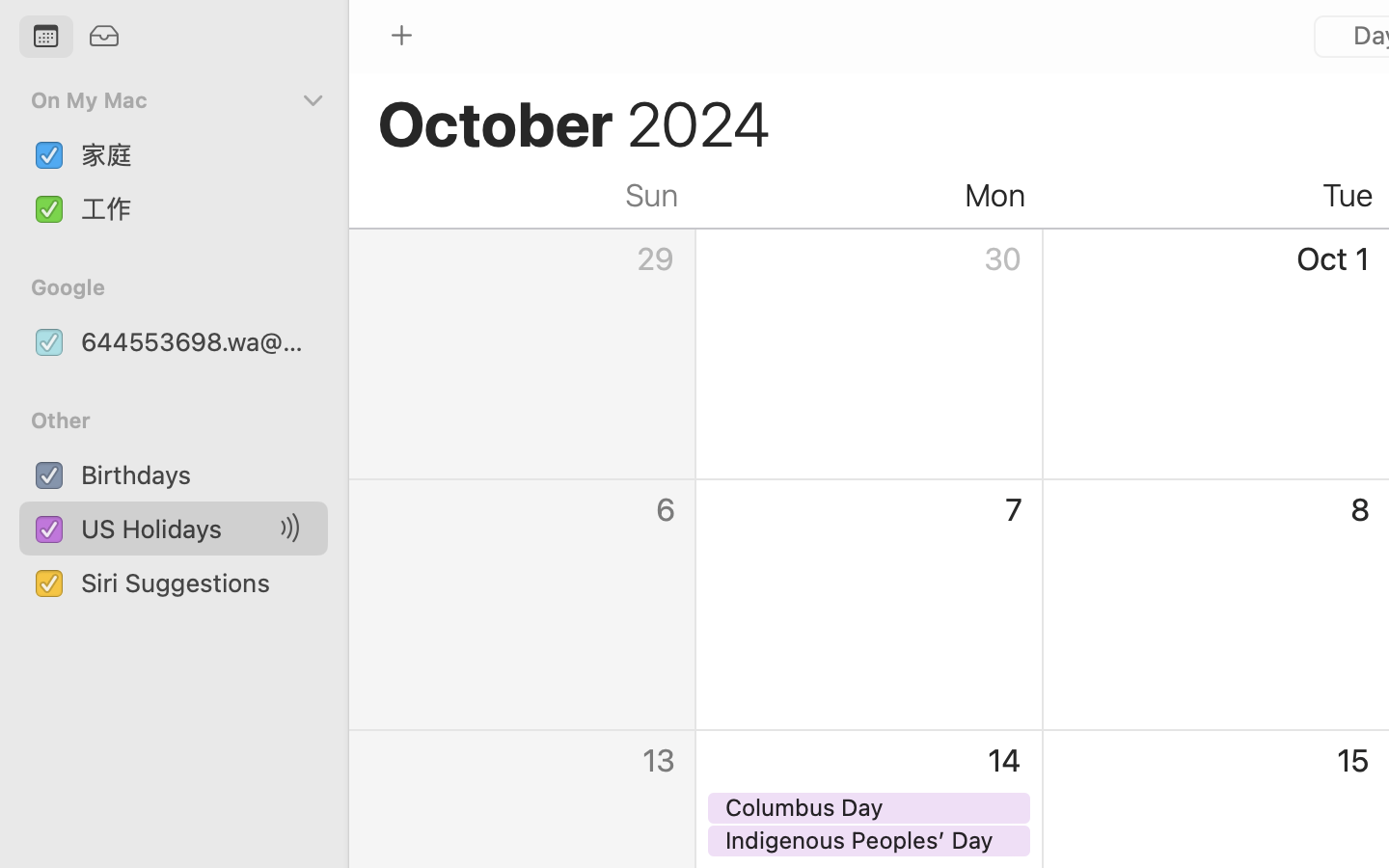 The height and width of the screenshot is (868, 1389). What do you see at coordinates (197, 582) in the screenshot?
I see `'Siri Suggestions'` at bounding box center [197, 582].